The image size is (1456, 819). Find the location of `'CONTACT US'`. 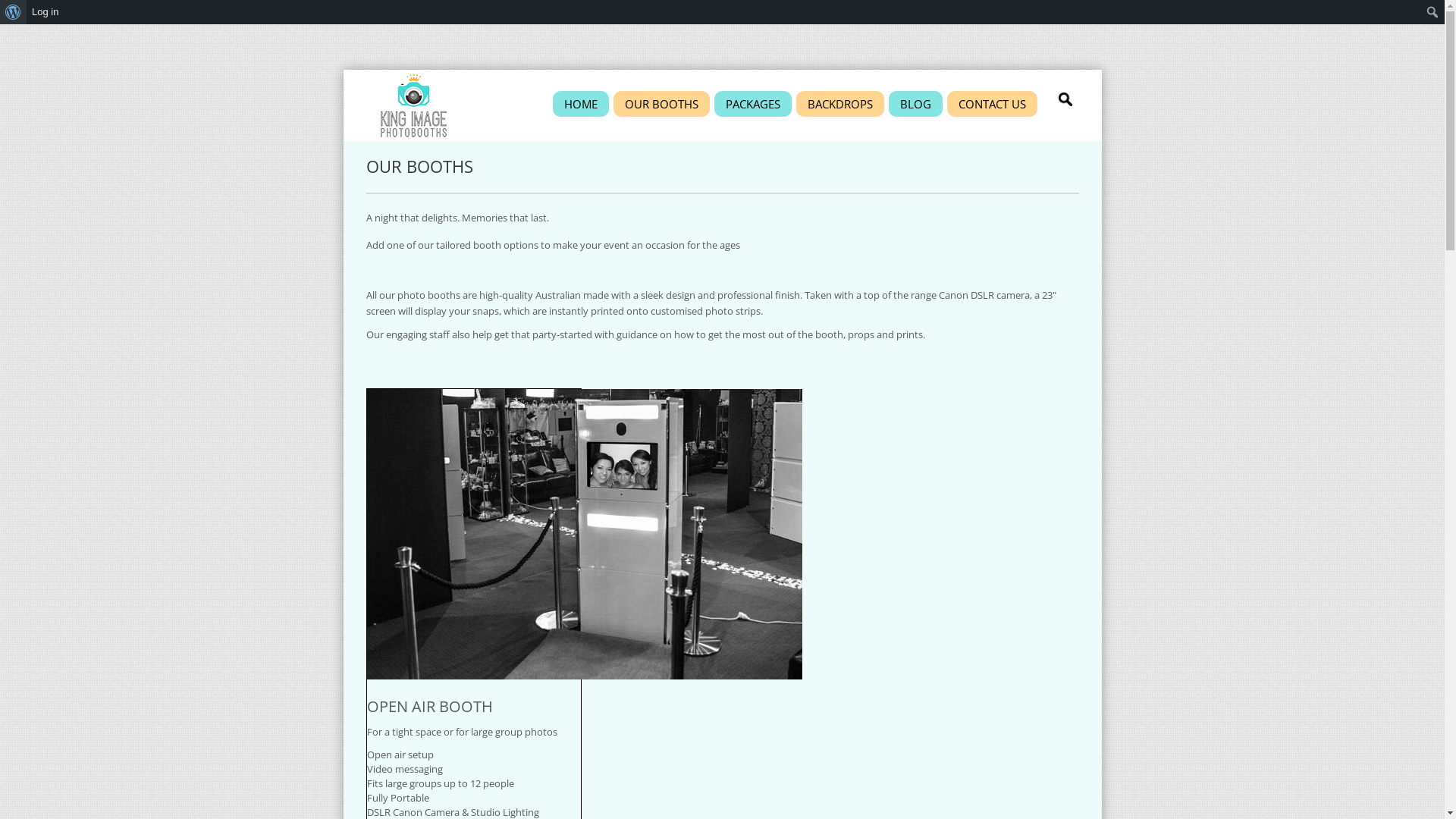

'CONTACT US' is located at coordinates (991, 103).